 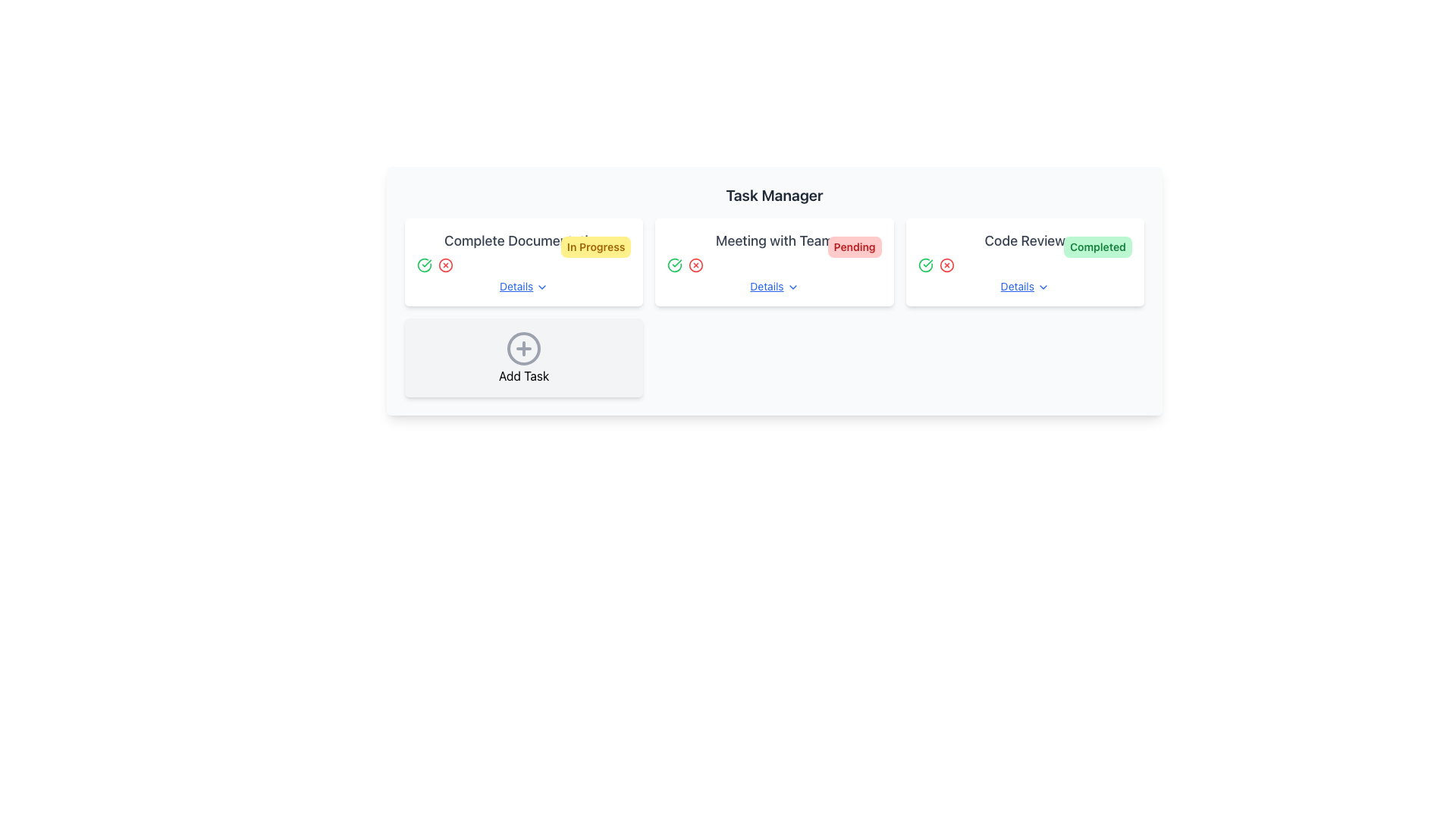 I want to click on the hyperlink located beneath the 'Code Review' header in the right-side task card of the task manager interface, so click(x=1025, y=287).